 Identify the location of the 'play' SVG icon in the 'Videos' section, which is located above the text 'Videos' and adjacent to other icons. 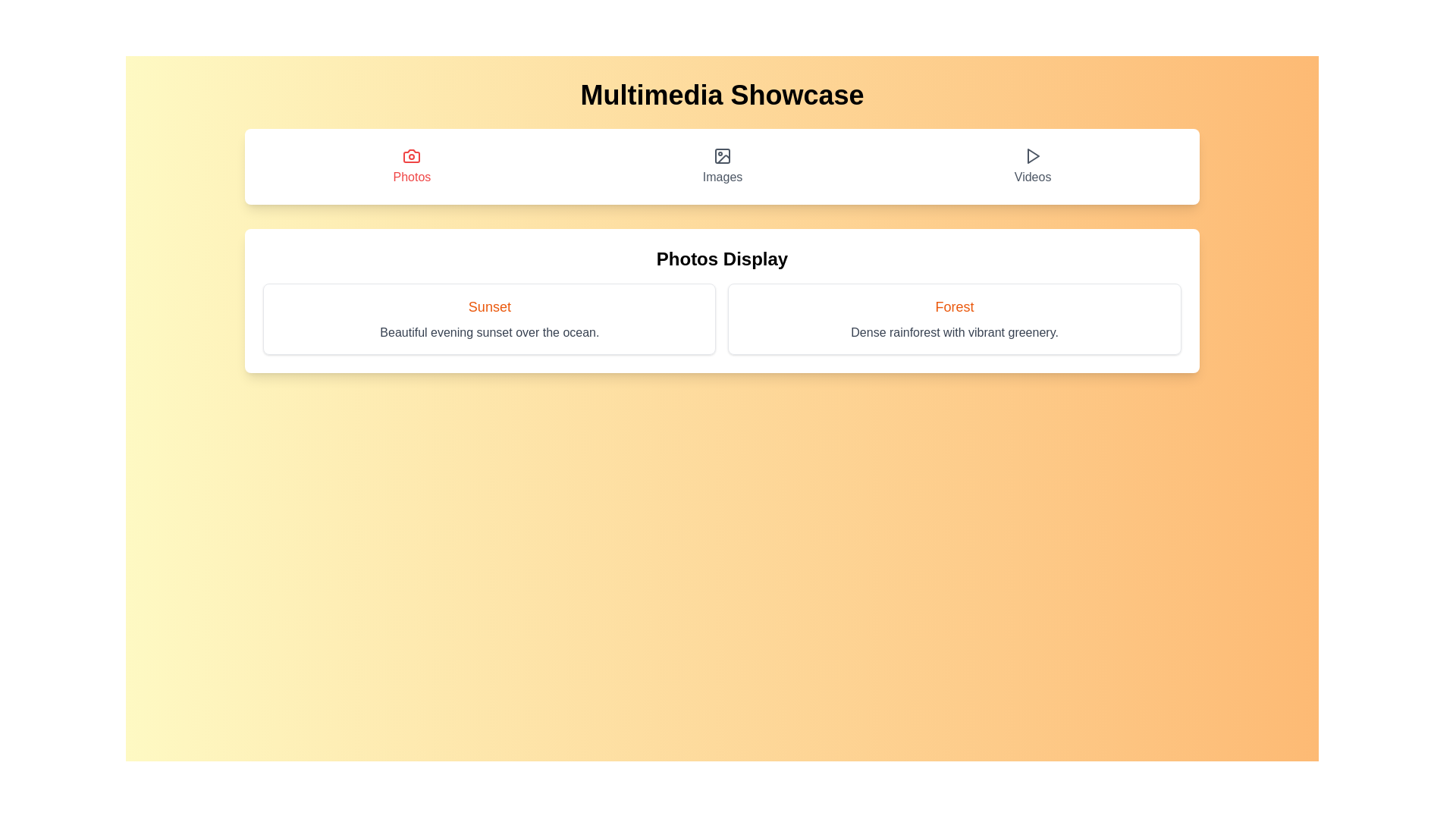
(1032, 155).